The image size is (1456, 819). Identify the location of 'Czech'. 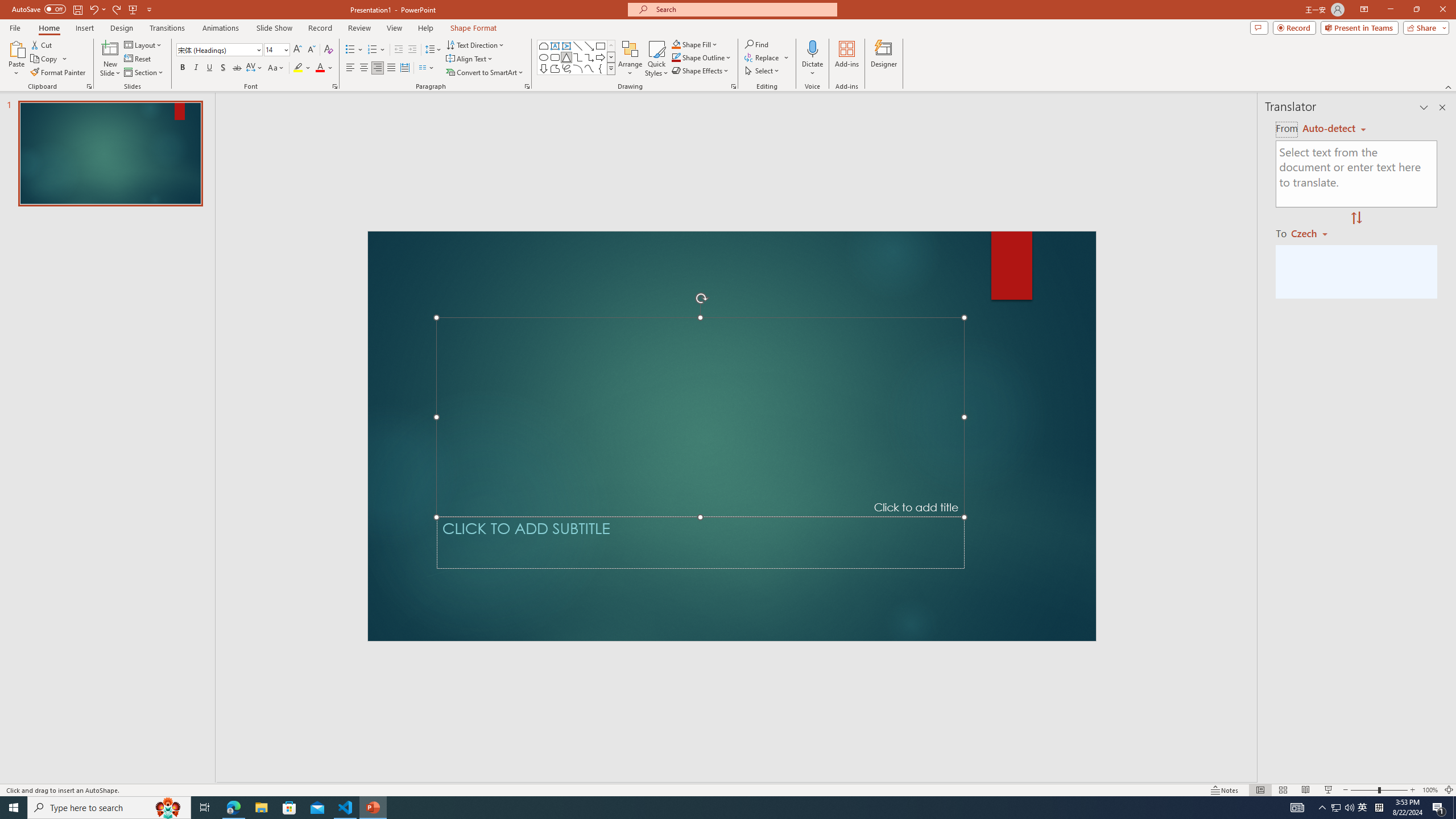
(1314, 233).